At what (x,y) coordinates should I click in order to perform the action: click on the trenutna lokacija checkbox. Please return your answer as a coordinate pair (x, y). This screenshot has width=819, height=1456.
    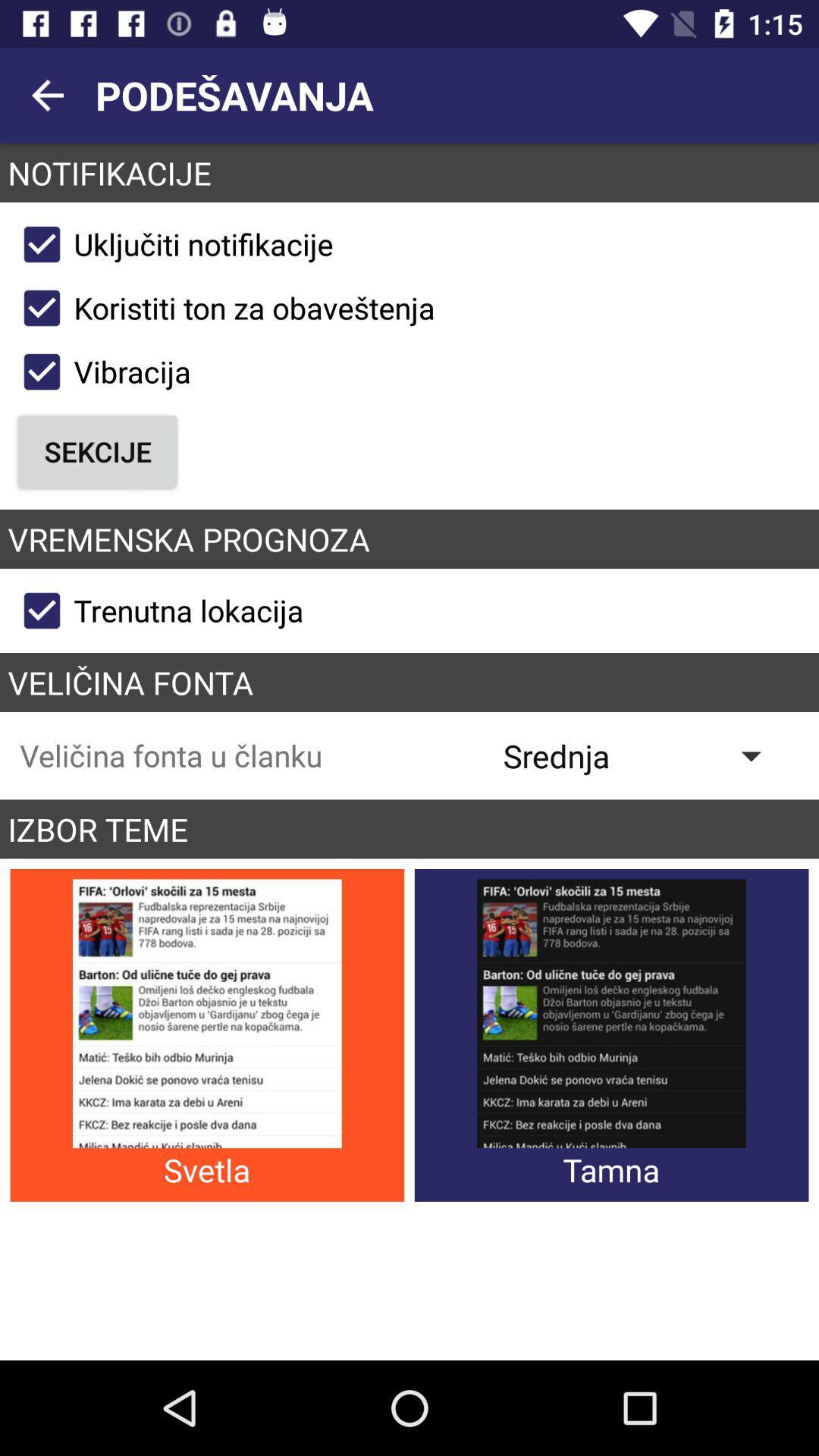
    Looking at the image, I should click on (157, 610).